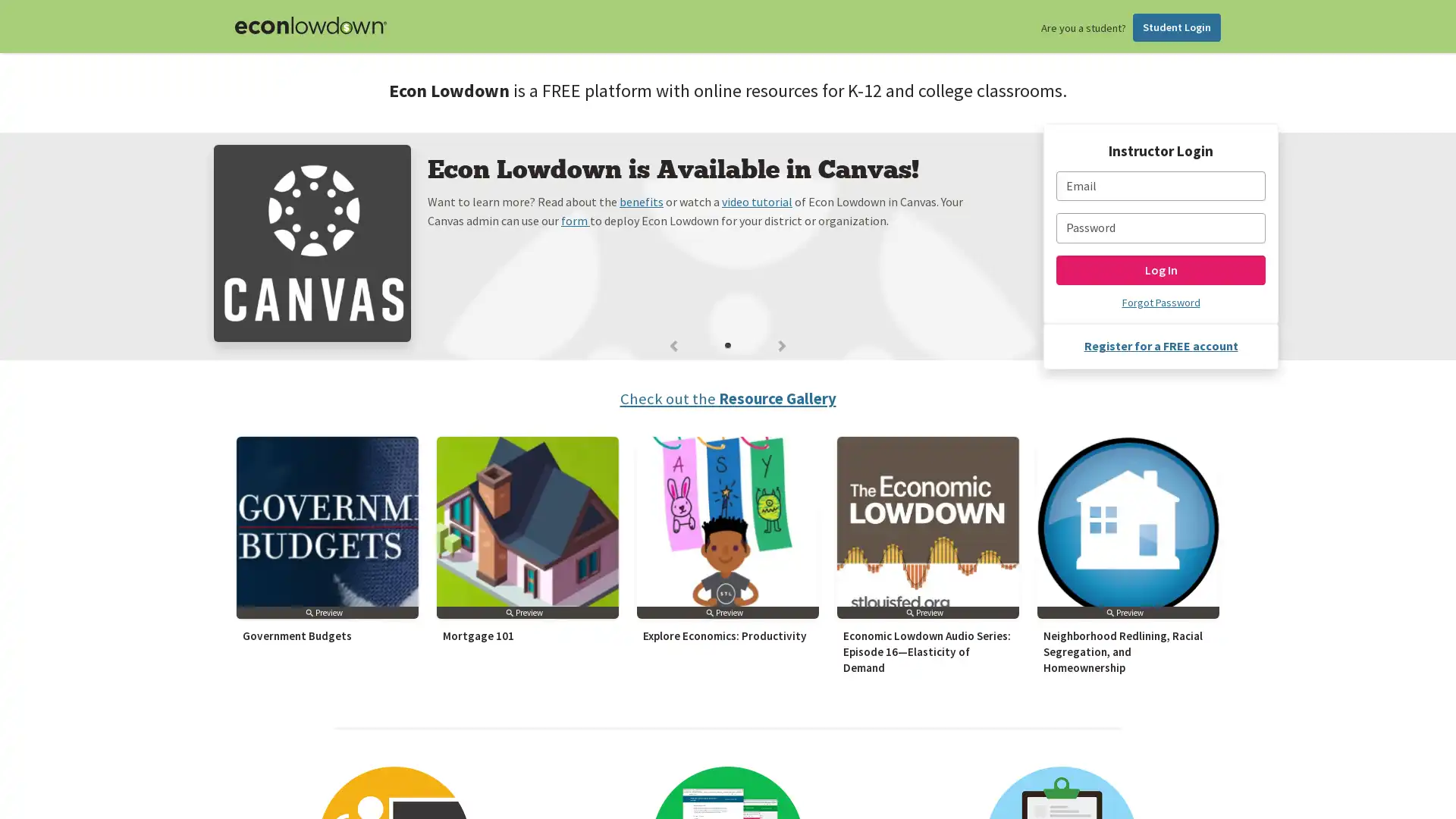 This screenshot has width=1456, height=819. Describe the element at coordinates (673, 345) in the screenshot. I see `Previous` at that location.